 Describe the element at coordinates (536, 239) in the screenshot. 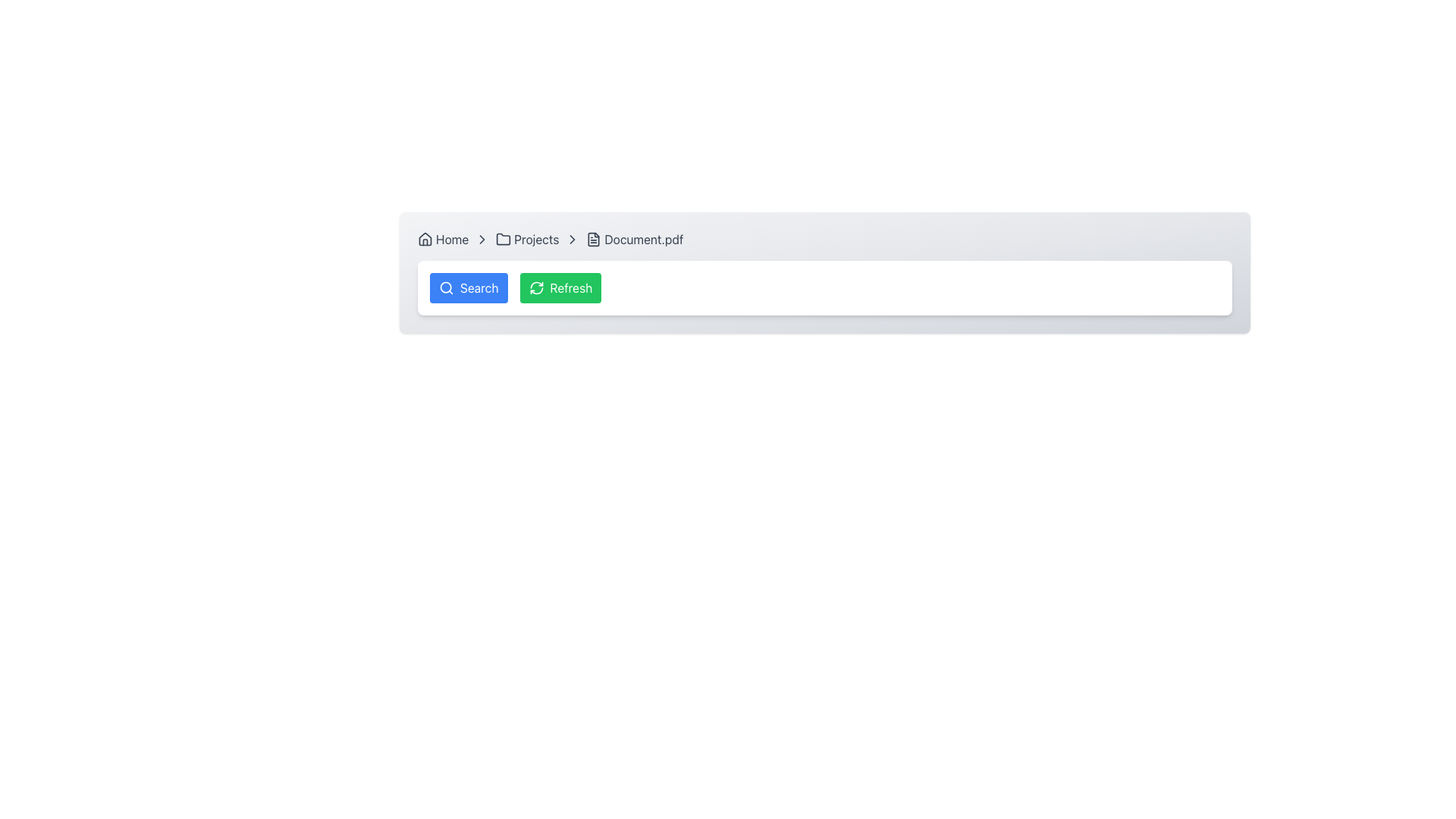

I see `the third element in the breadcrumb navigation bar, which serves as a text link for navigation` at that location.